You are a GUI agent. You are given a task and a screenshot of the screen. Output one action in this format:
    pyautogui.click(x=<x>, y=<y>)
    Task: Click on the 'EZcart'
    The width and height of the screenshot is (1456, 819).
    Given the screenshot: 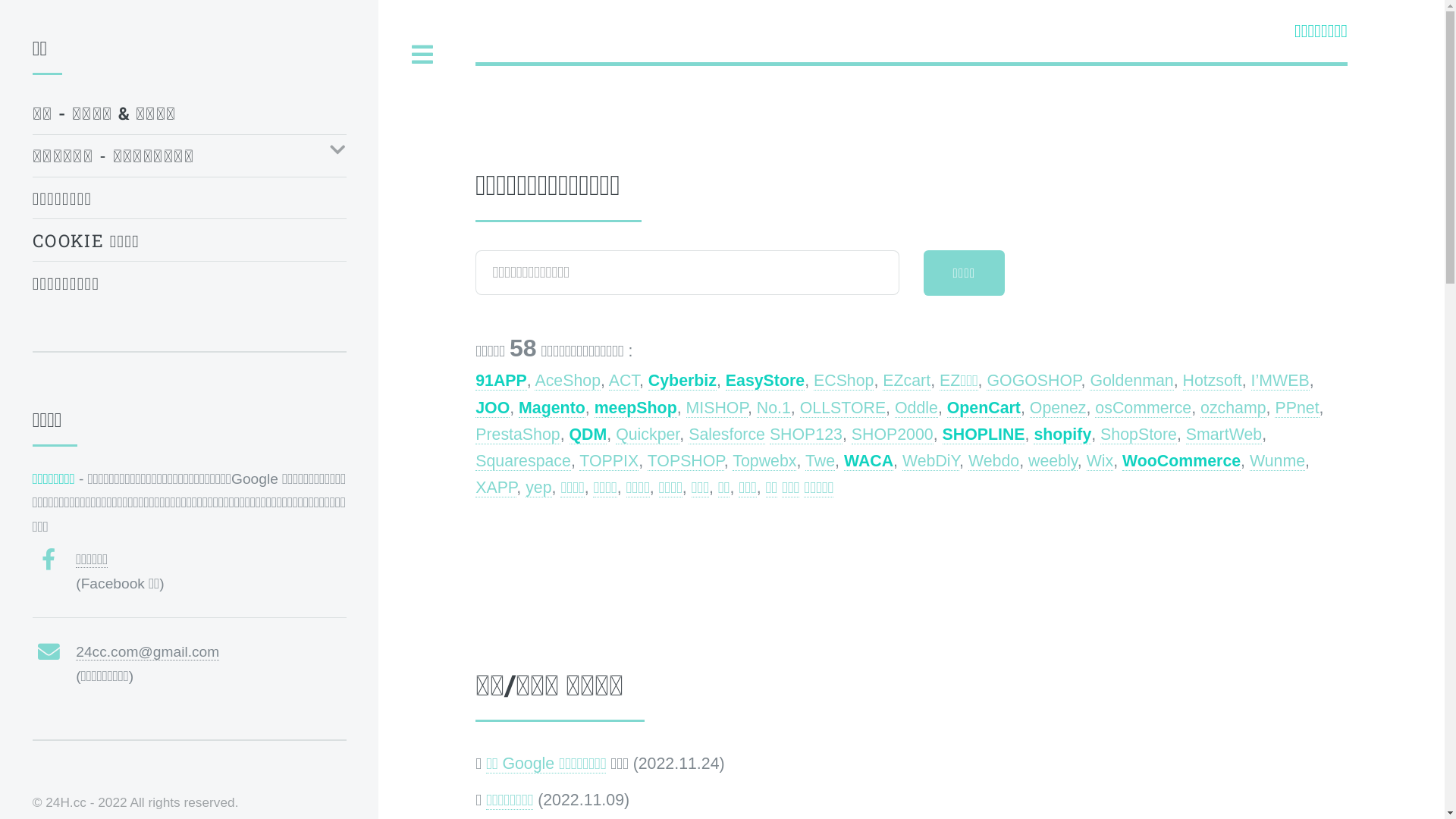 What is the action you would take?
    pyautogui.click(x=906, y=380)
    